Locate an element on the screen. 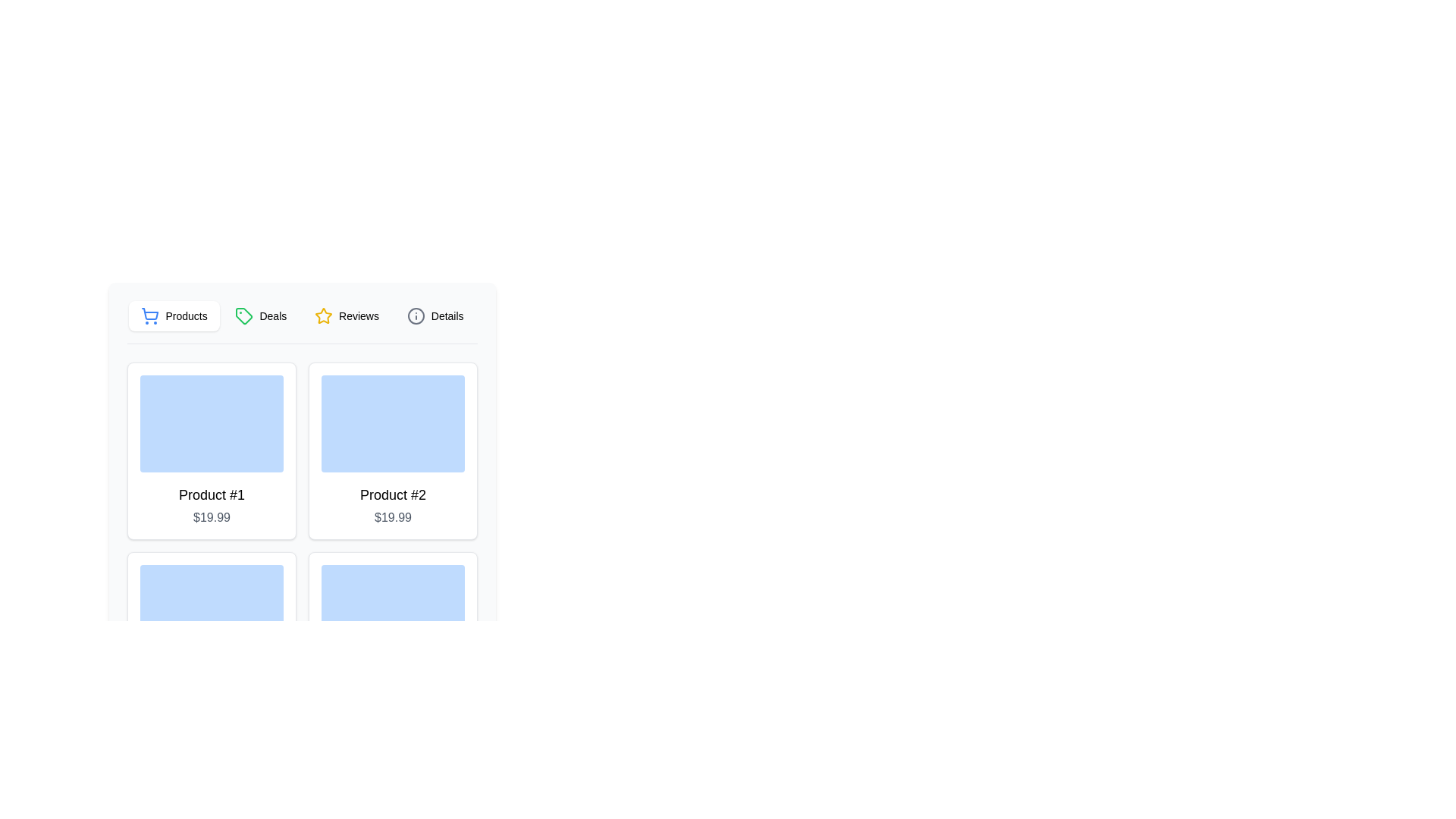 The width and height of the screenshot is (1456, 819). the non-interactive label for the review-related section located in the horizontal navigation menu, which is positioned third from the left after 'Products' and 'Deals' is located at coordinates (358, 315).